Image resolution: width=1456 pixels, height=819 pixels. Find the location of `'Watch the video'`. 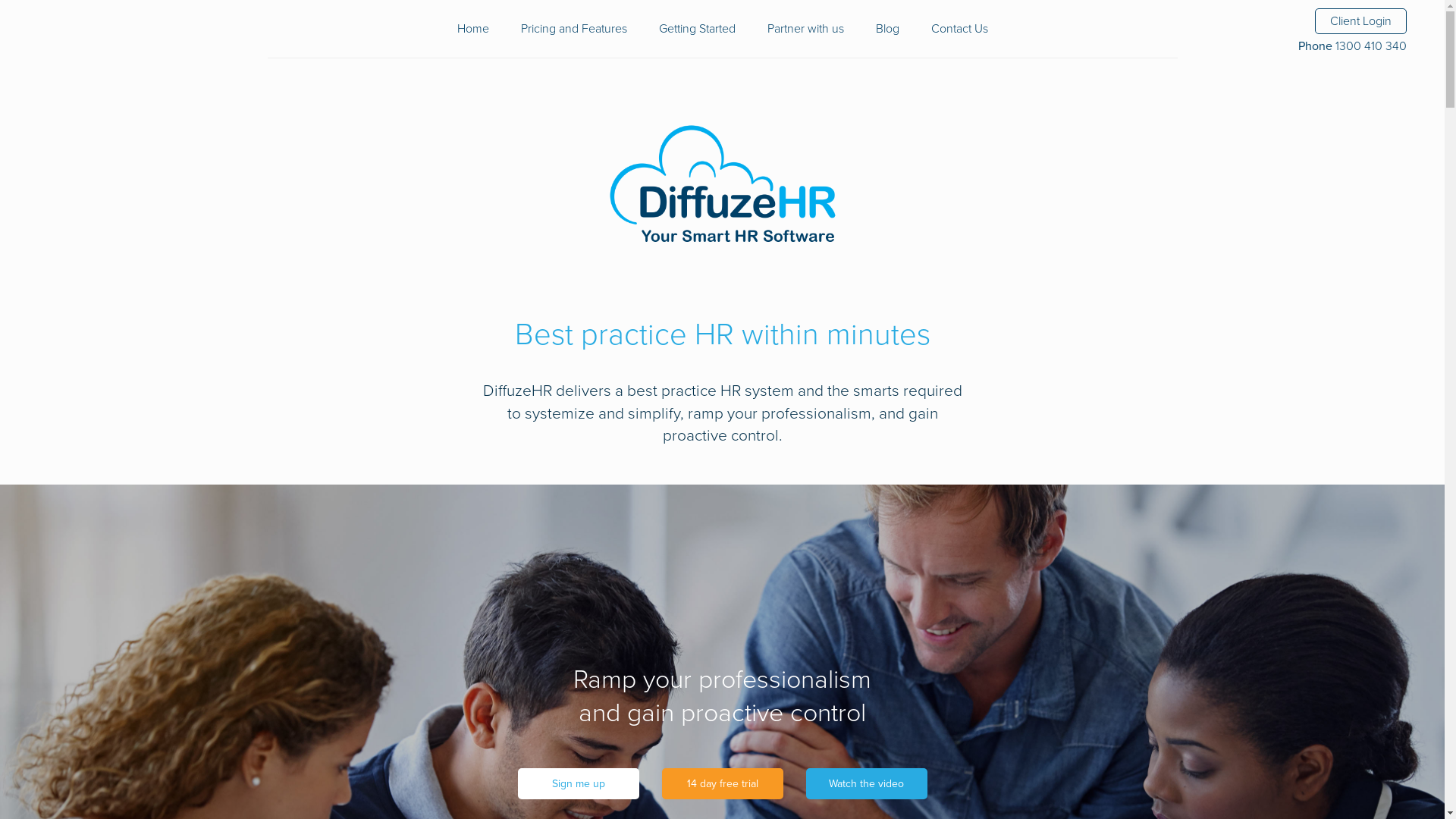

'Watch the video' is located at coordinates (866, 783).